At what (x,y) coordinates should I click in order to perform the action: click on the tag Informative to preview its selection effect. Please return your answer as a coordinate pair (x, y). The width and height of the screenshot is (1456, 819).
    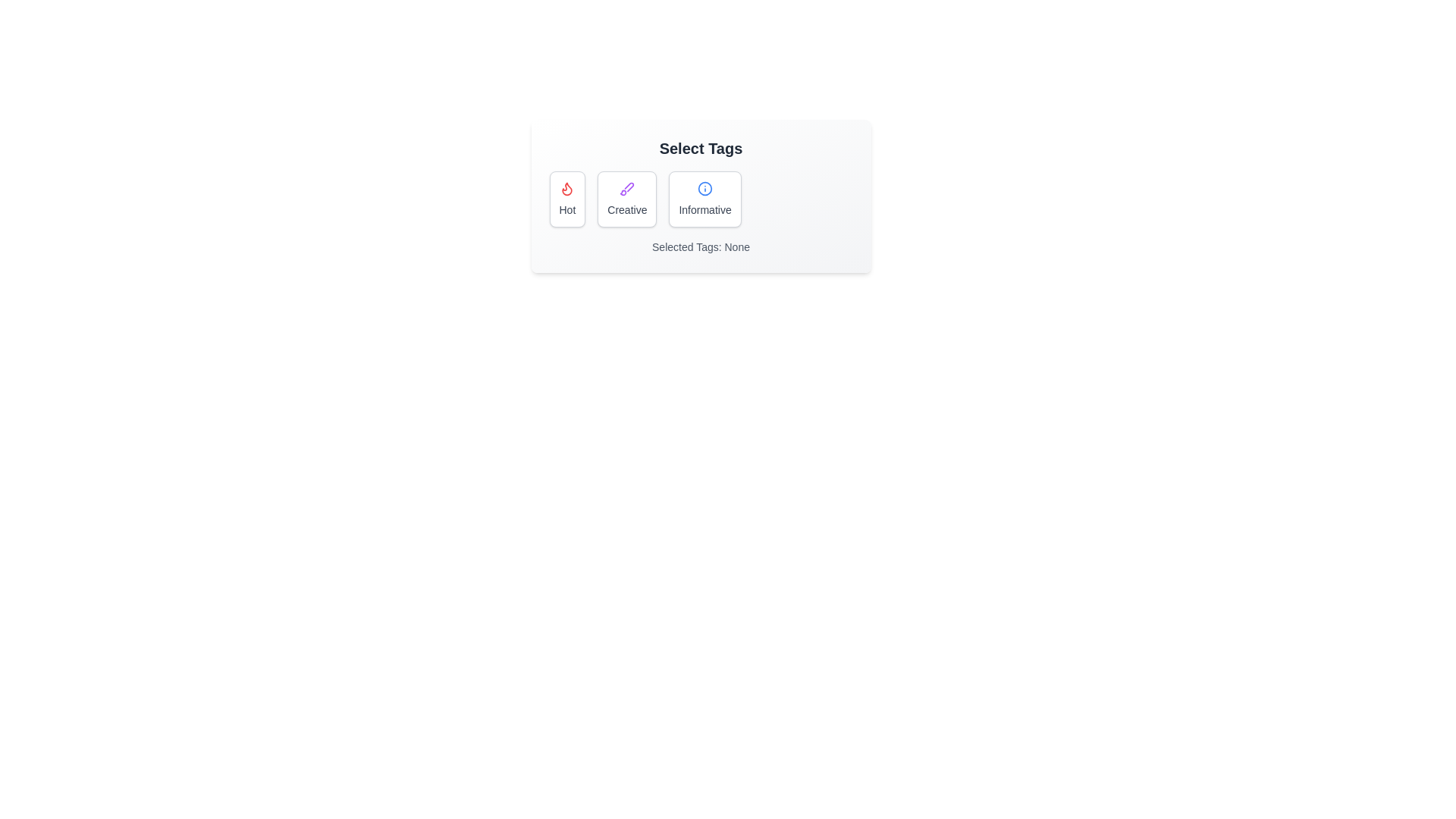
    Looking at the image, I should click on (704, 198).